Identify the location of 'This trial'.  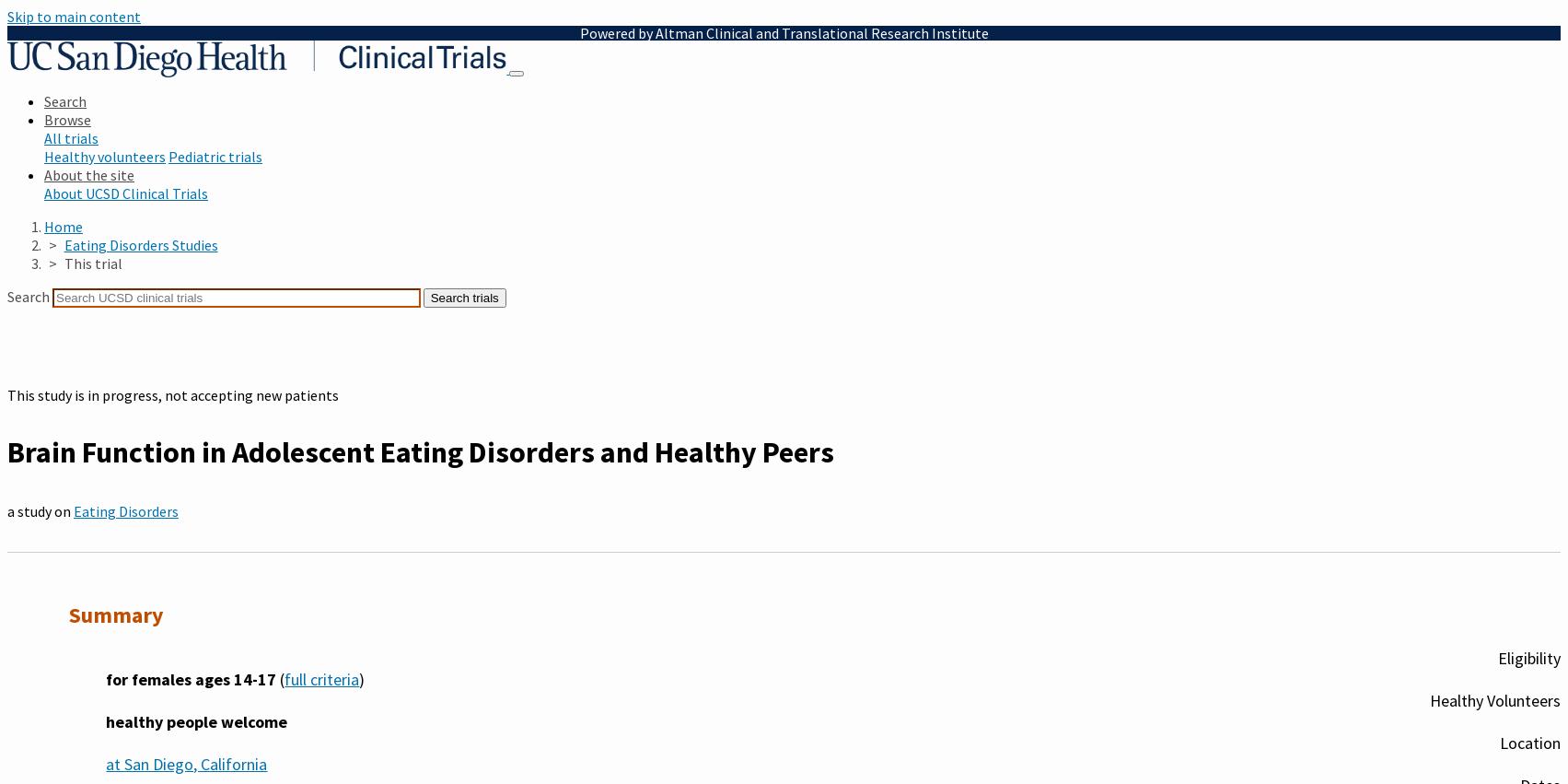
(92, 263).